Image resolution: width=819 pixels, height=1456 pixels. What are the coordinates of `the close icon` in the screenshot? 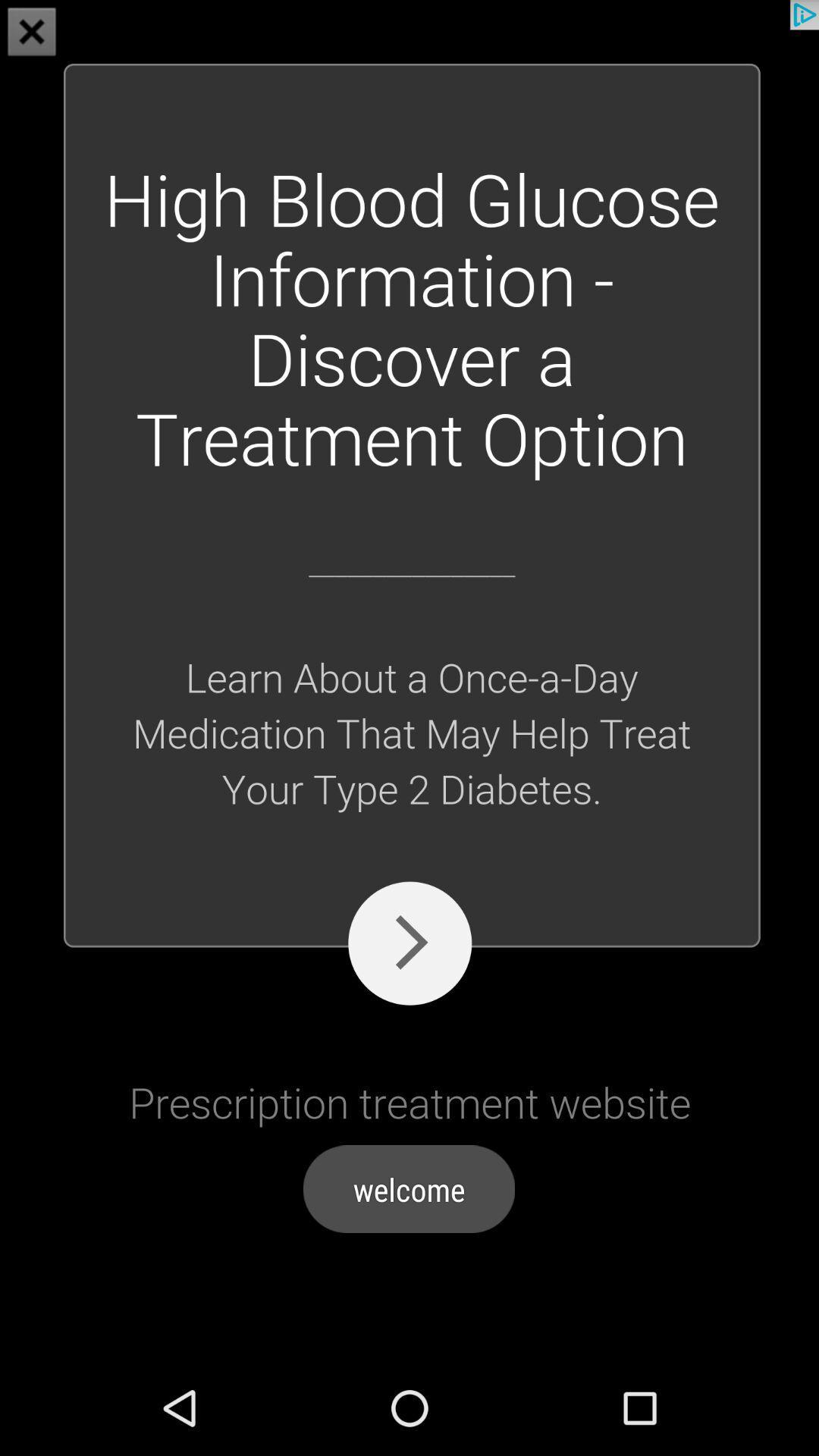 It's located at (32, 33).